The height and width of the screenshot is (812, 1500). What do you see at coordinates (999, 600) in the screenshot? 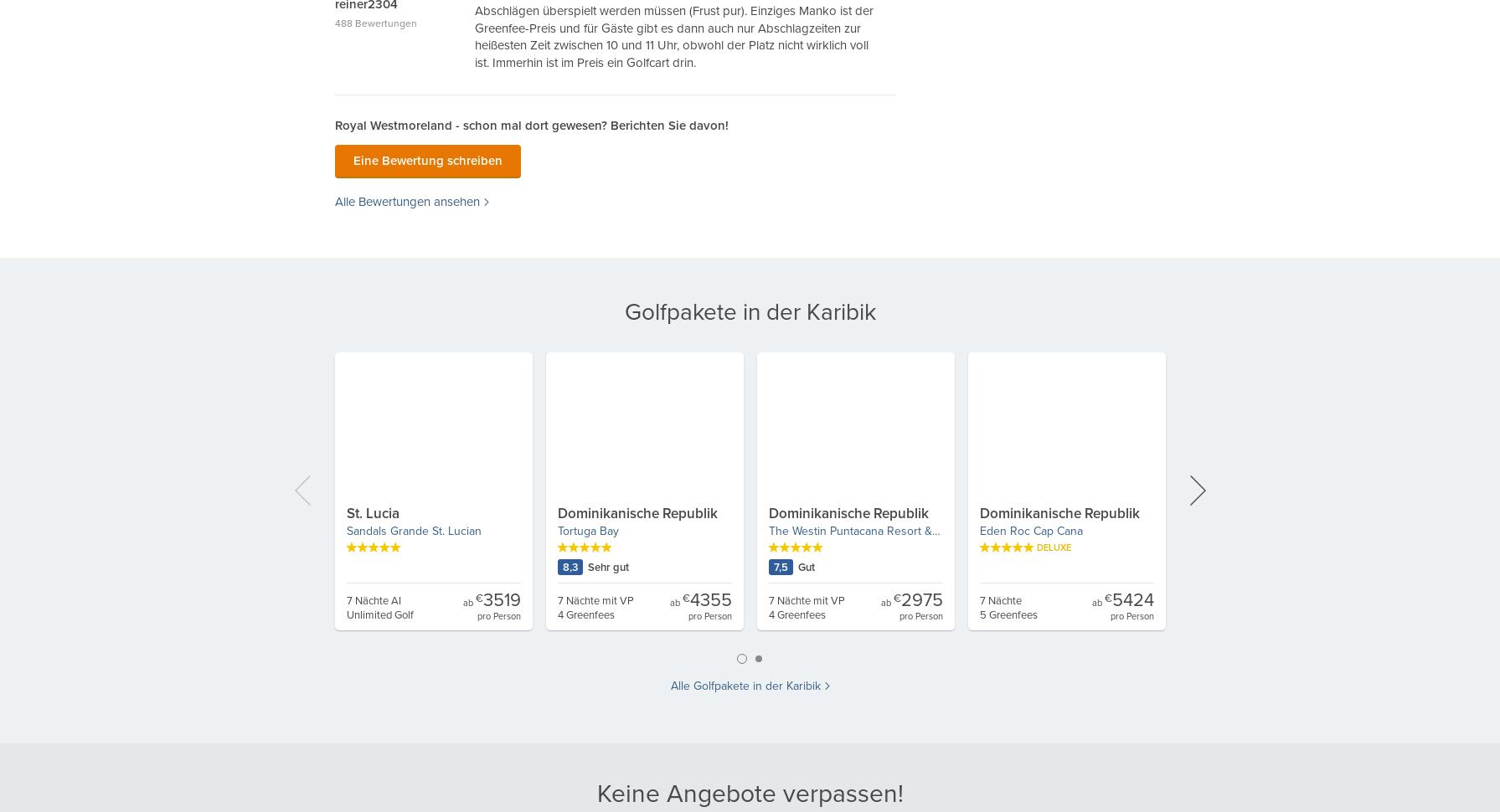
I see `'7 Nächte'` at bounding box center [999, 600].